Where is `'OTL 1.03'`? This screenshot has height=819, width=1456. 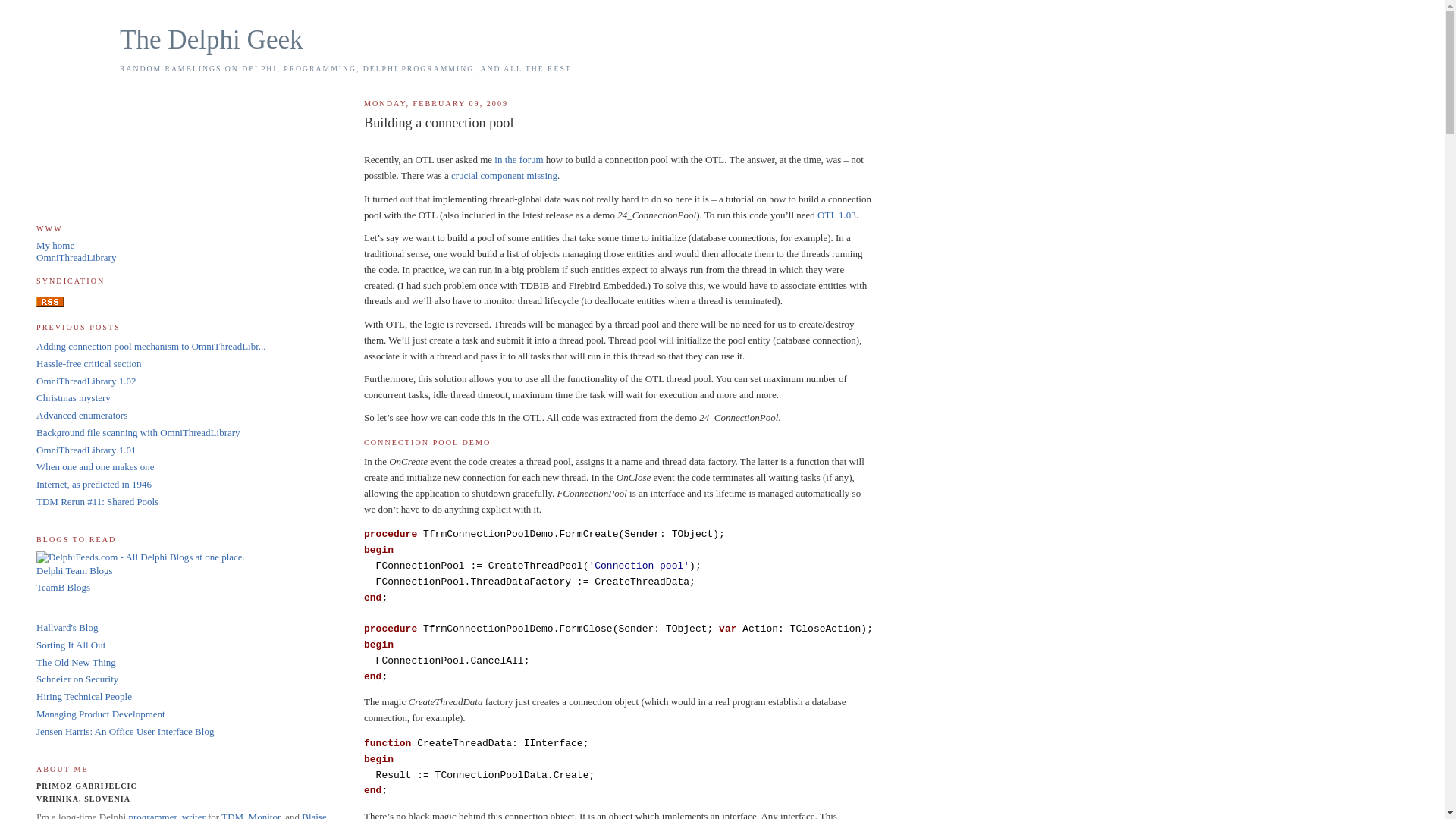
'OTL 1.03' is located at coordinates (836, 215).